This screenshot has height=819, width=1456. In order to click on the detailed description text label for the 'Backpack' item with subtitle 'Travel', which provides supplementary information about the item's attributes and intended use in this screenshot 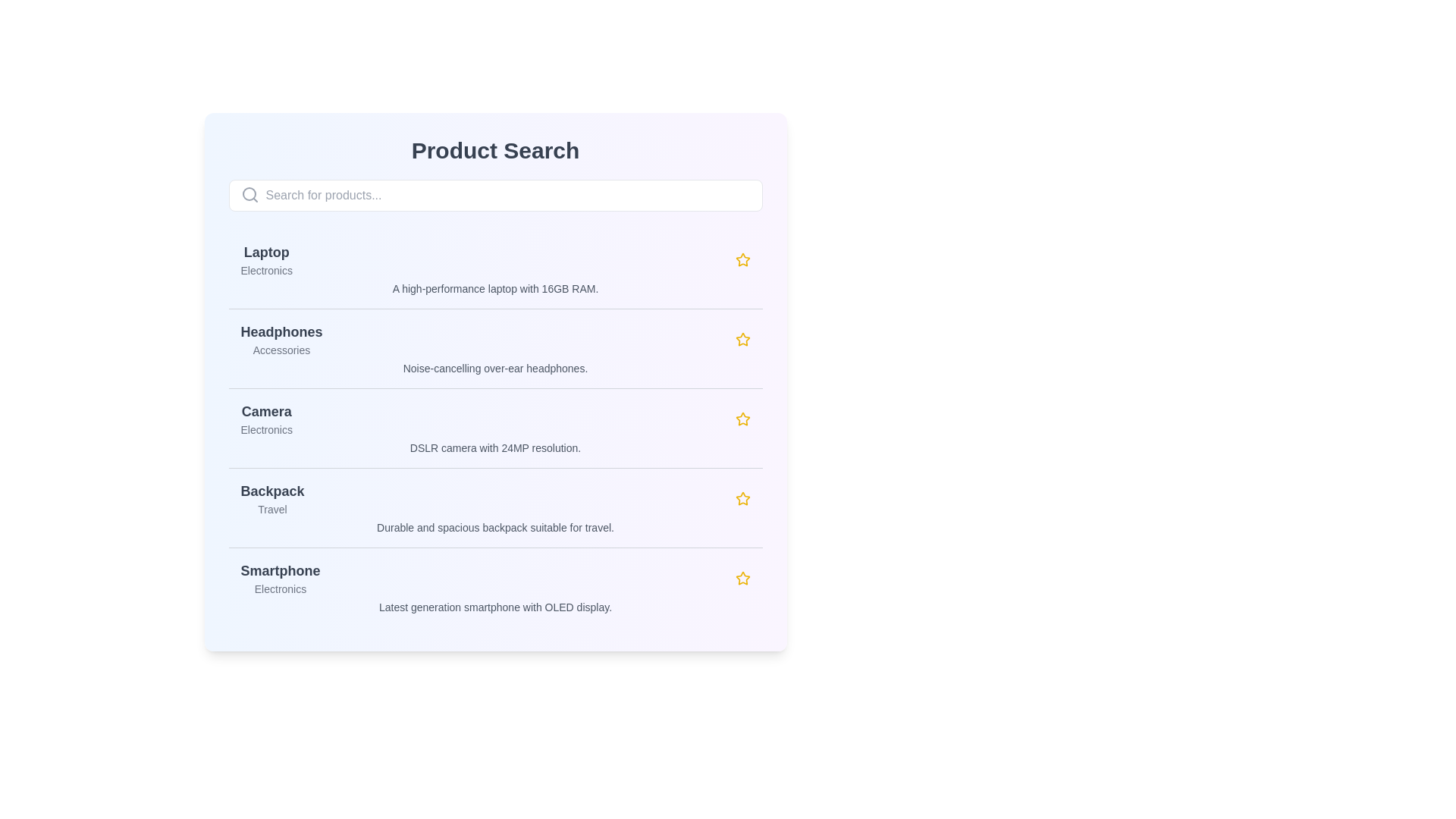, I will do `click(495, 526)`.